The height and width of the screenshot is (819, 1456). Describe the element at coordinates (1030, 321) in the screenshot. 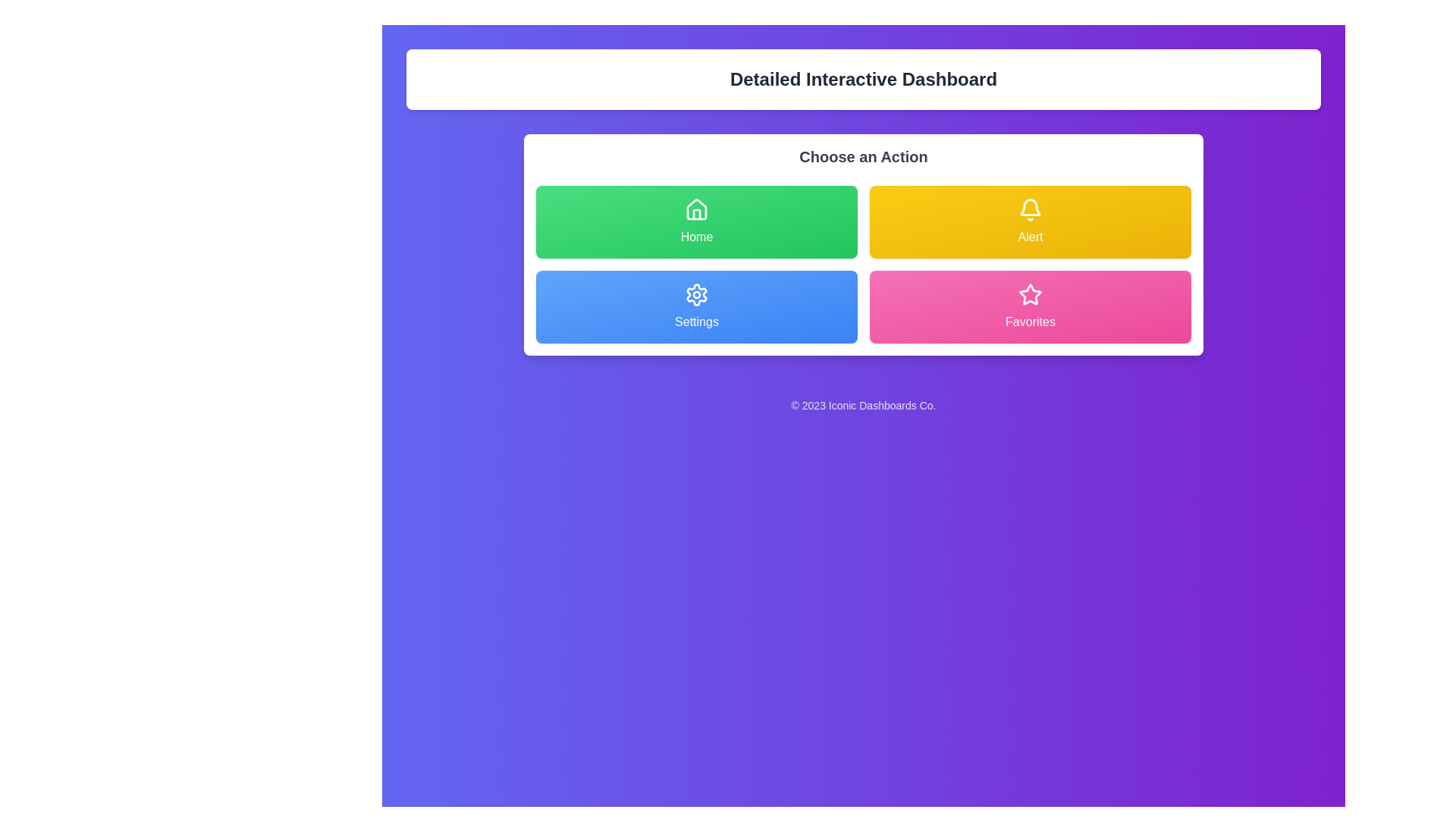

I see `text label that indicates the 'Favorites' action, located at the bottom of the pink rectangular button with a star icon` at that location.